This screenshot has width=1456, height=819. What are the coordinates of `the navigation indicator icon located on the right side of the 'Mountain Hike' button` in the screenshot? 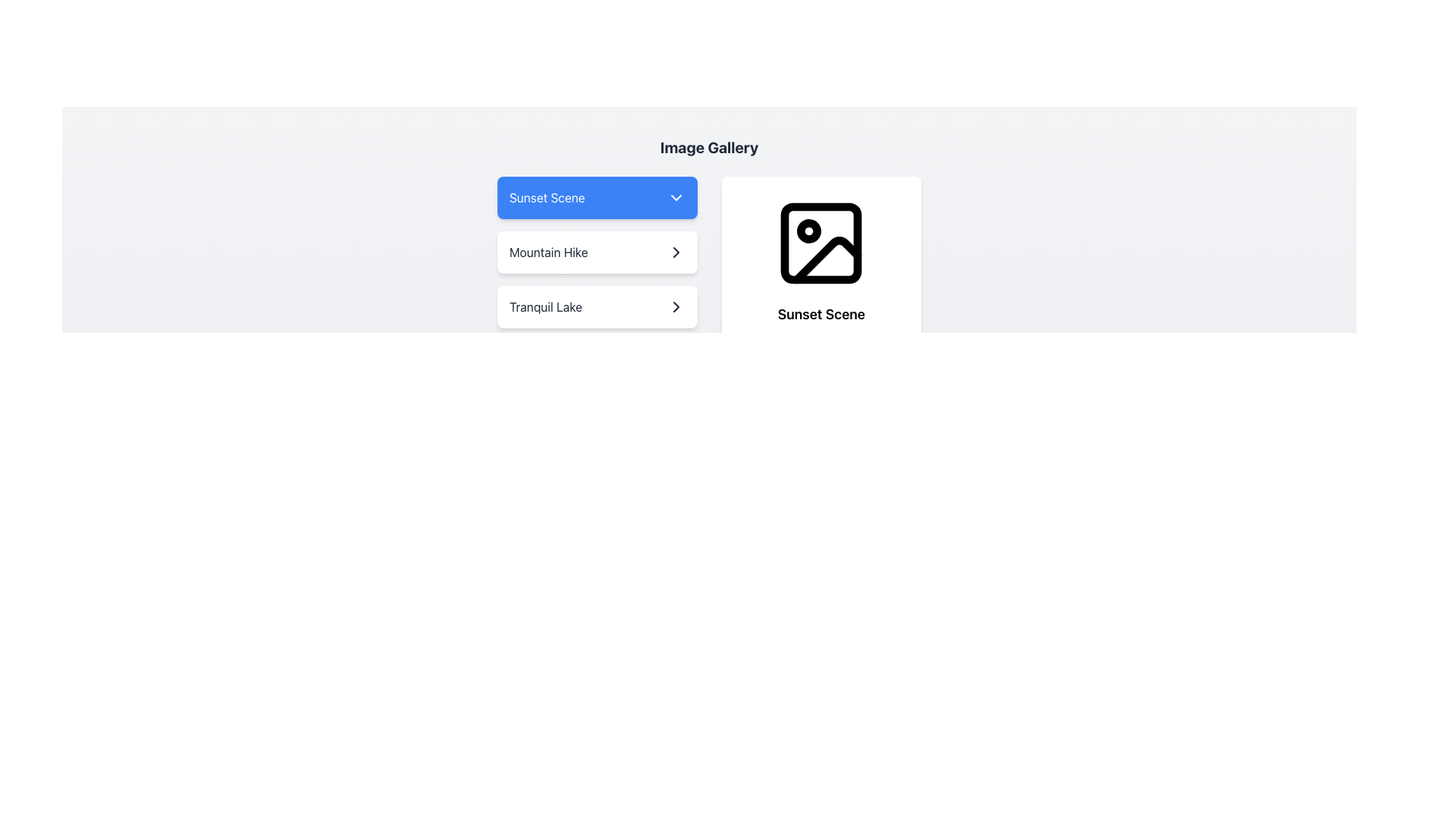 It's located at (675, 307).